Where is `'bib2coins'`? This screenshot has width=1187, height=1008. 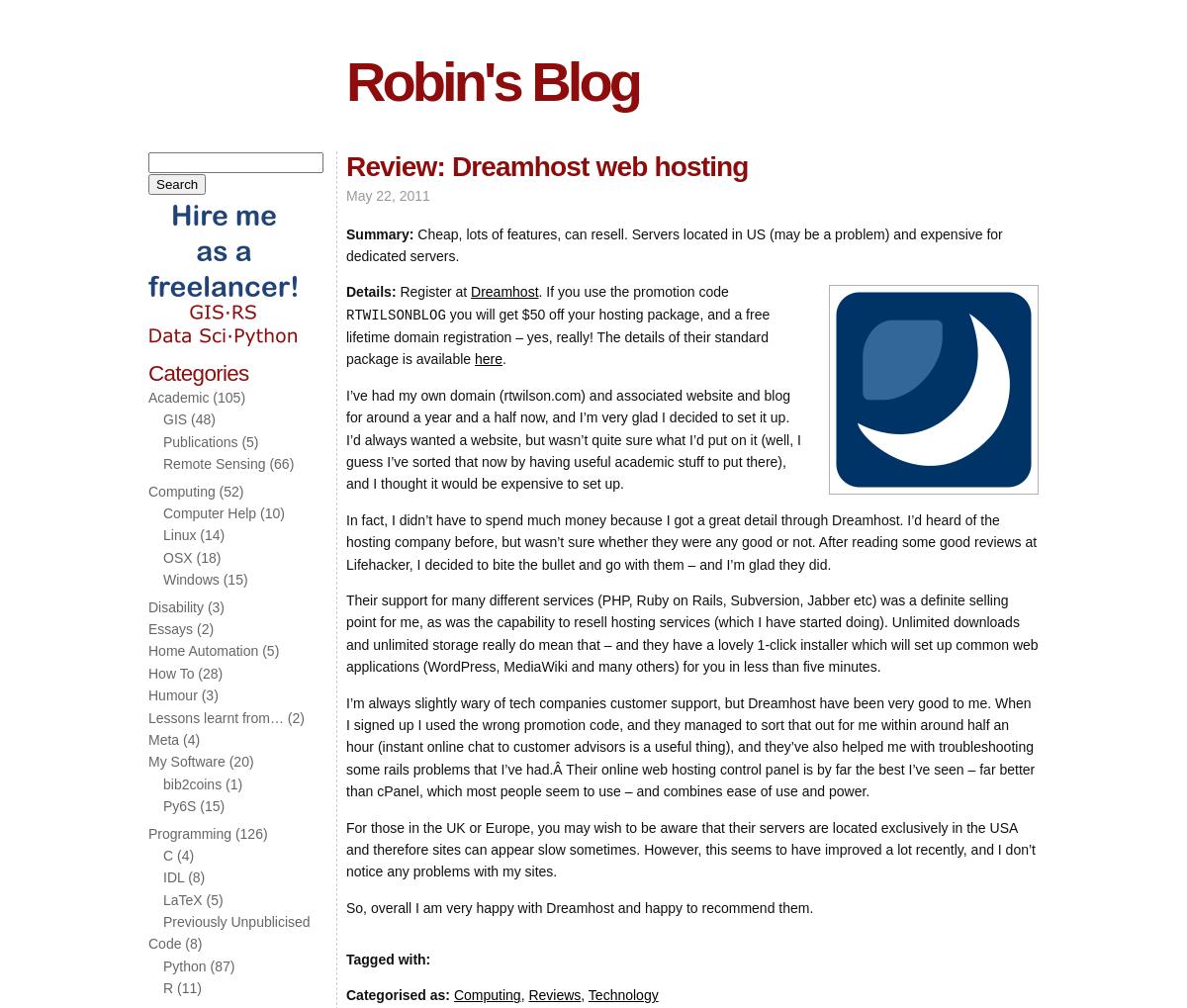 'bib2coins' is located at coordinates (191, 782).